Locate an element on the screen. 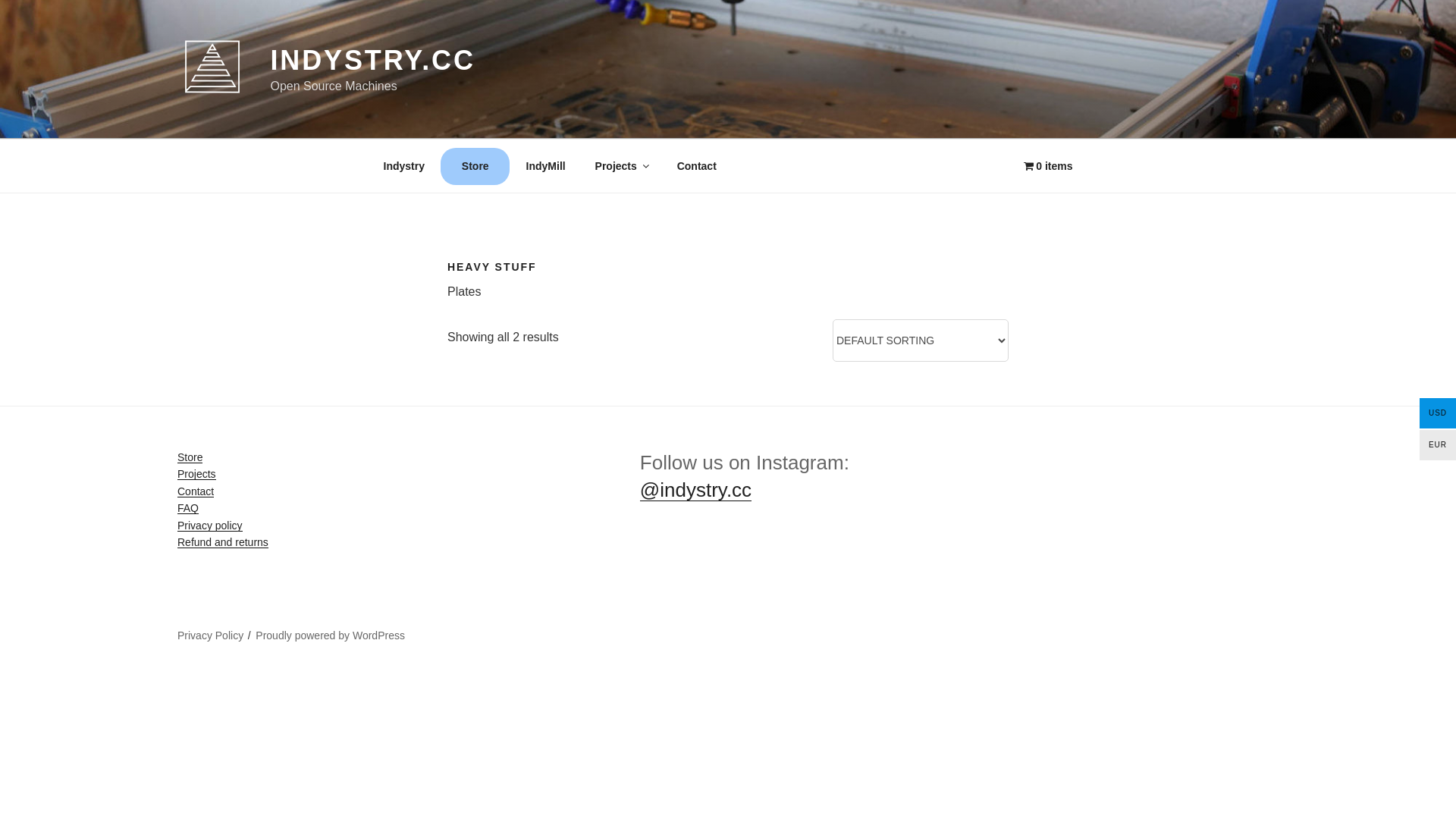 The image size is (1456, 819). 'Store' is located at coordinates (189, 456).